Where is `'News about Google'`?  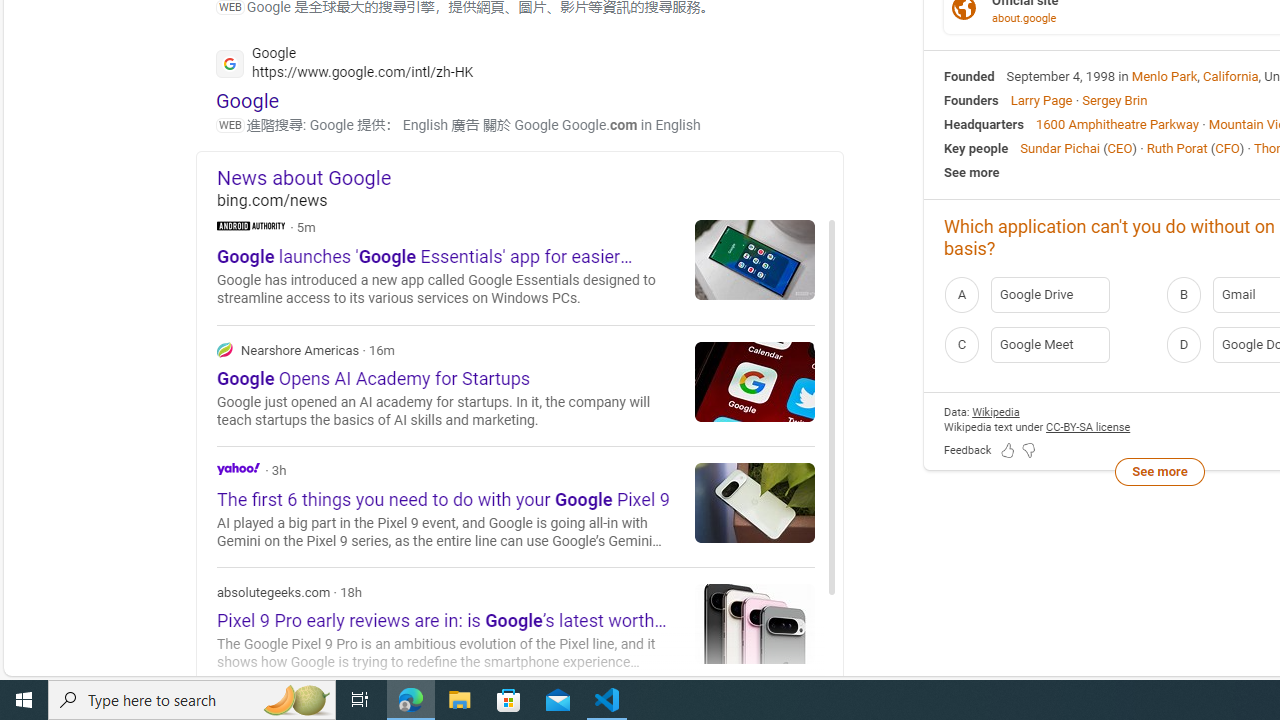 'News about Google' is located at coordinates (530, 176).